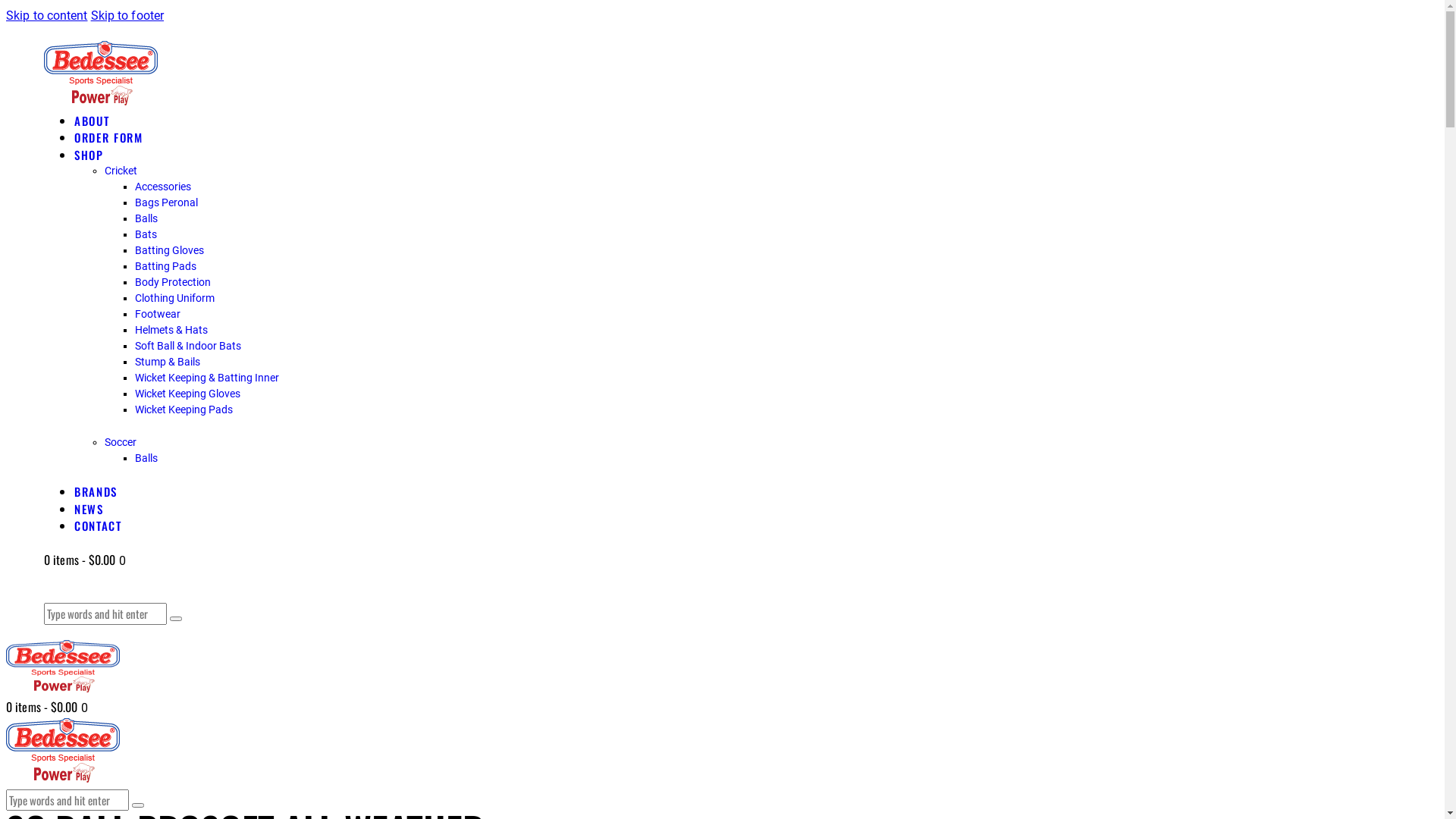 The height and width of the screenshot is (819, 1456). What do you see at coordinates (187, 393) in the screenshot?
I see `'Wicket Keeping Gloves'` at bounding box center [187, 393].